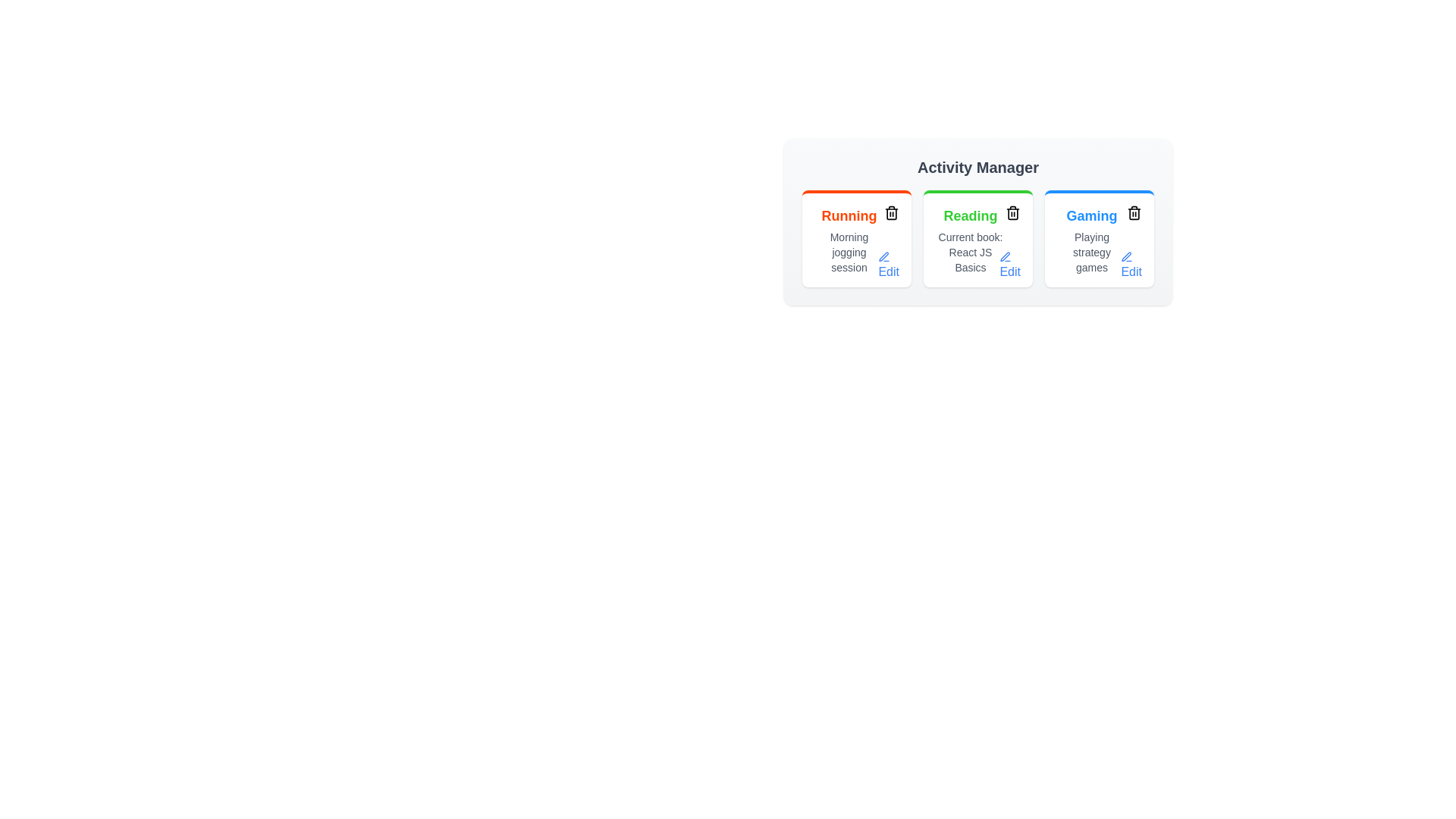  Describe the element at coordinates (978, 167) in the screenshot. I see `the 'Activity Manager' header` at that location.